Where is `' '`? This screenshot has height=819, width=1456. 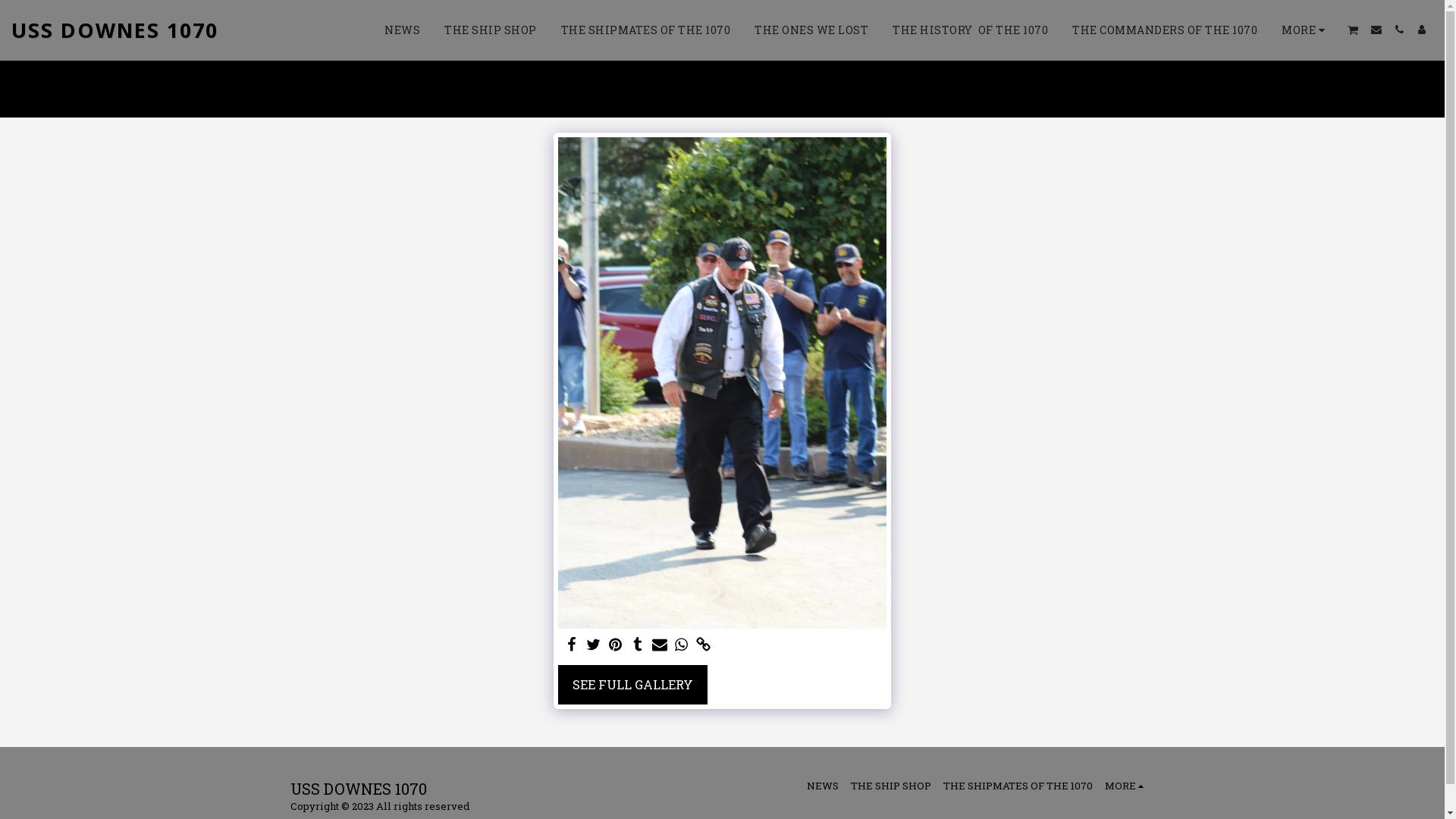 ' ' is located at coordinates (1398, 29).